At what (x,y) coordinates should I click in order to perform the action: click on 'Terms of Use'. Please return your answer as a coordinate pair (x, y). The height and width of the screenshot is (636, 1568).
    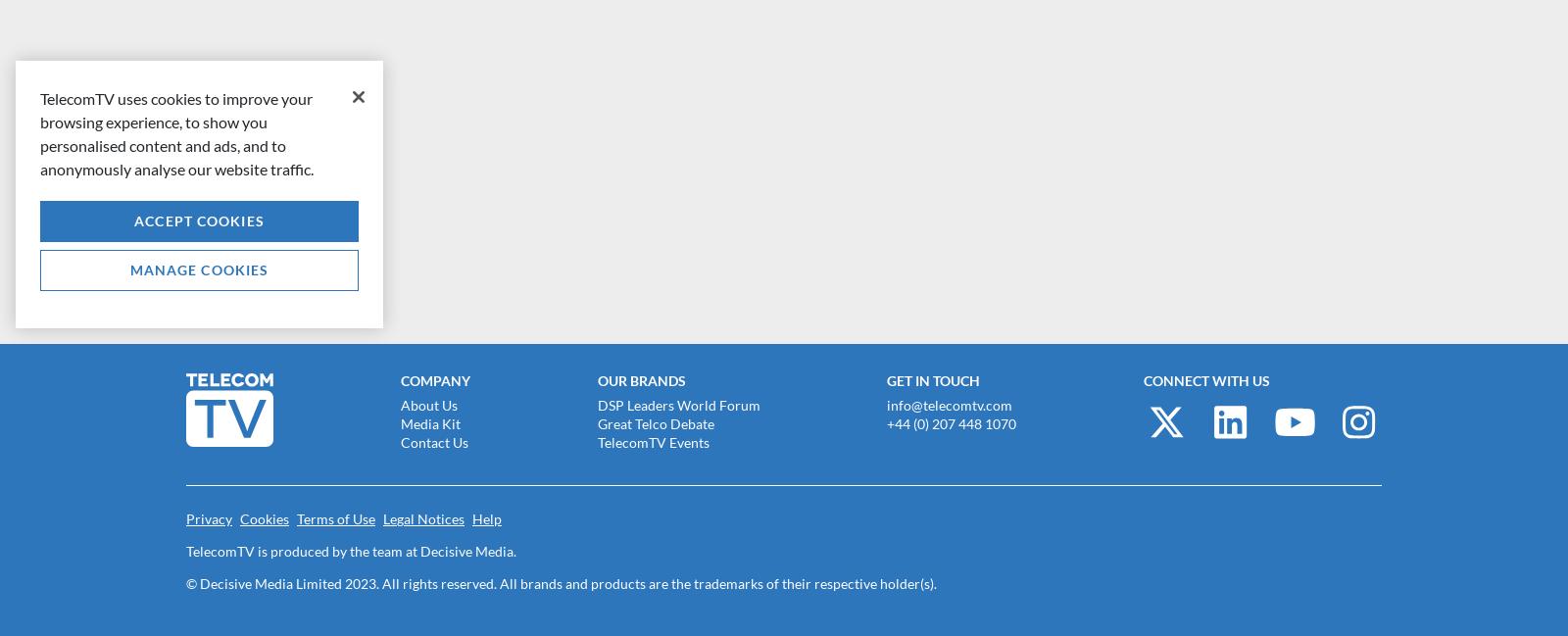
    Looking at the image, I should click on (336, 517).